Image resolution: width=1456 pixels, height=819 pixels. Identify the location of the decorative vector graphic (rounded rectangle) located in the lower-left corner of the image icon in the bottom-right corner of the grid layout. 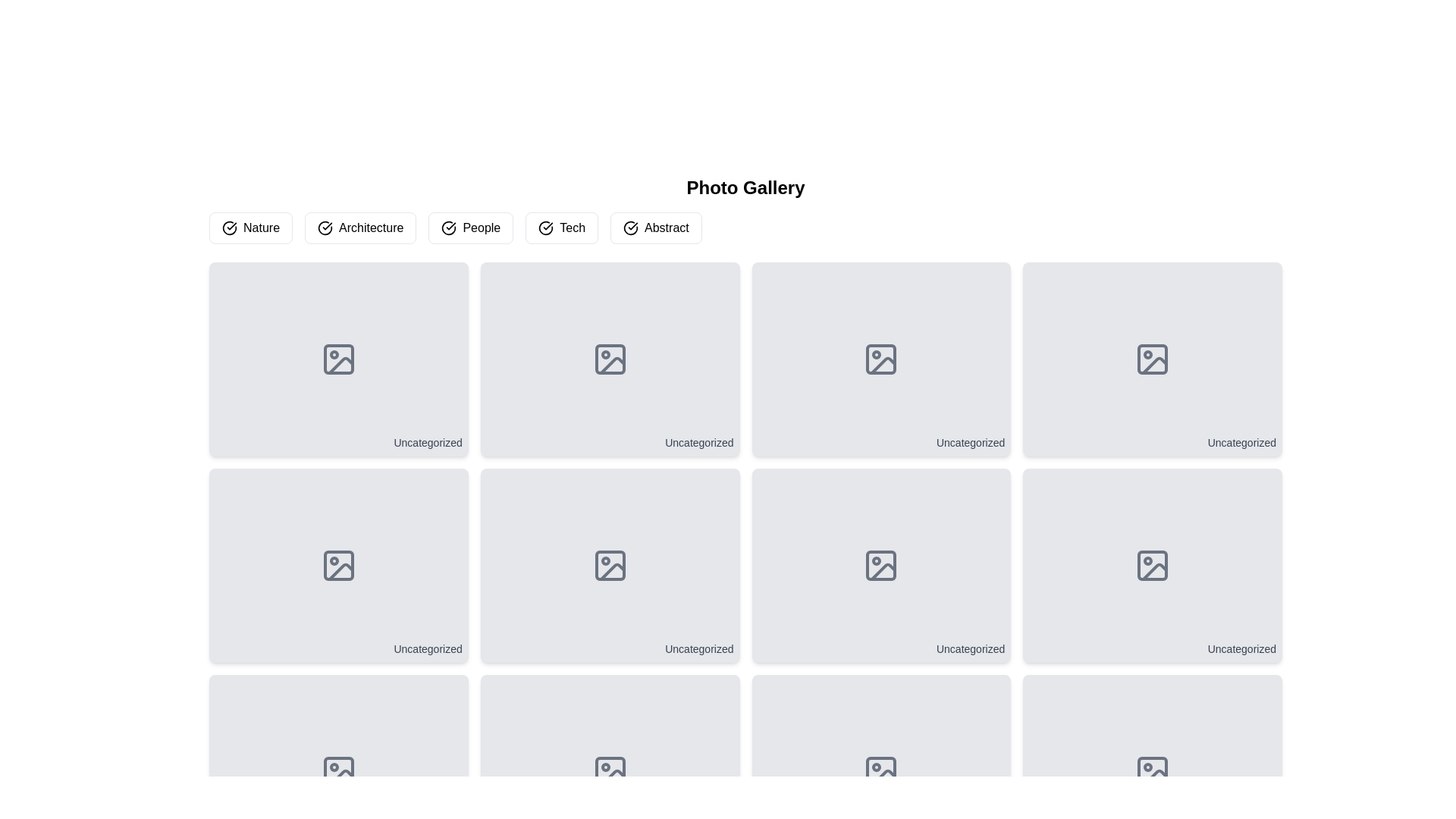
(881, 772).